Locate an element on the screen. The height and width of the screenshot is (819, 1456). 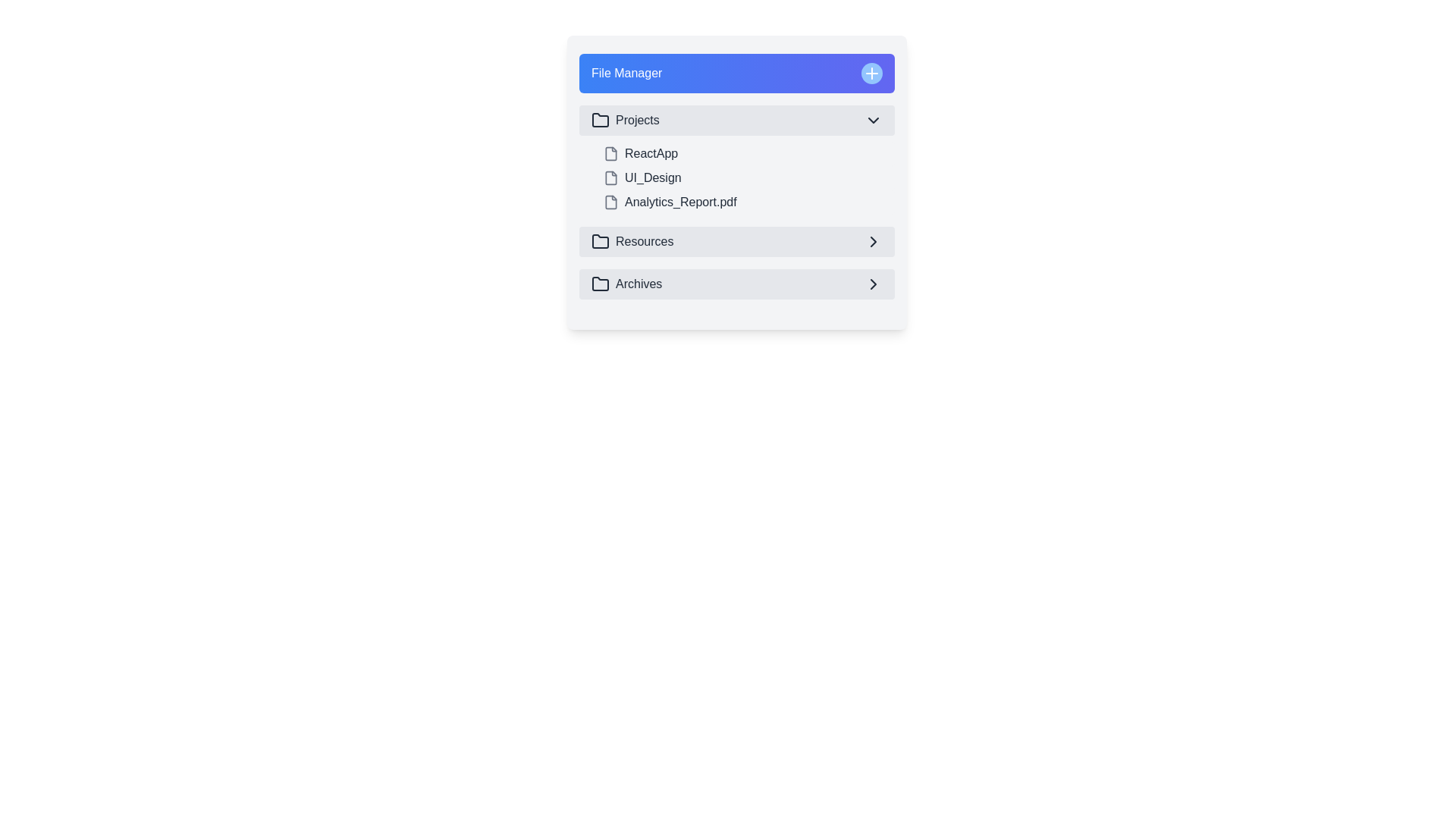
the text label representing the file entry 'Analytics_Report.pdf' is located at coordinates (679, 201).